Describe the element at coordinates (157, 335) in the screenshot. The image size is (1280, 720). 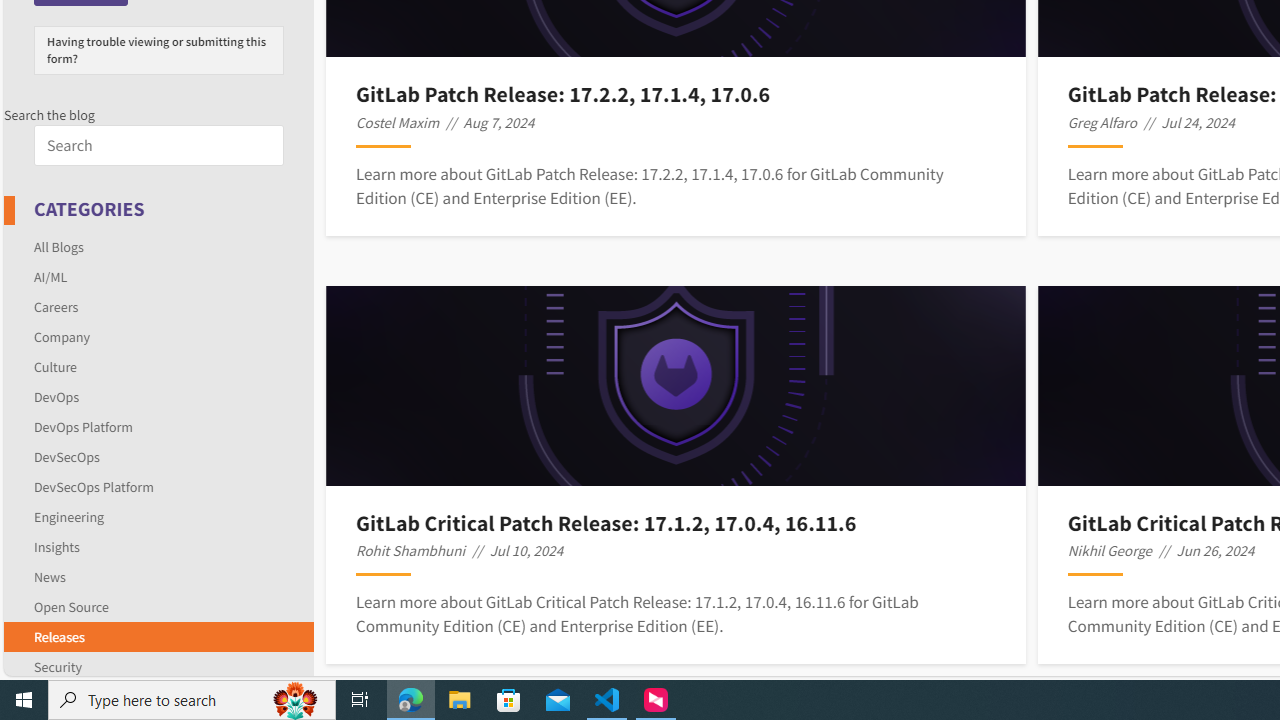
I see `'Company'` at that location.